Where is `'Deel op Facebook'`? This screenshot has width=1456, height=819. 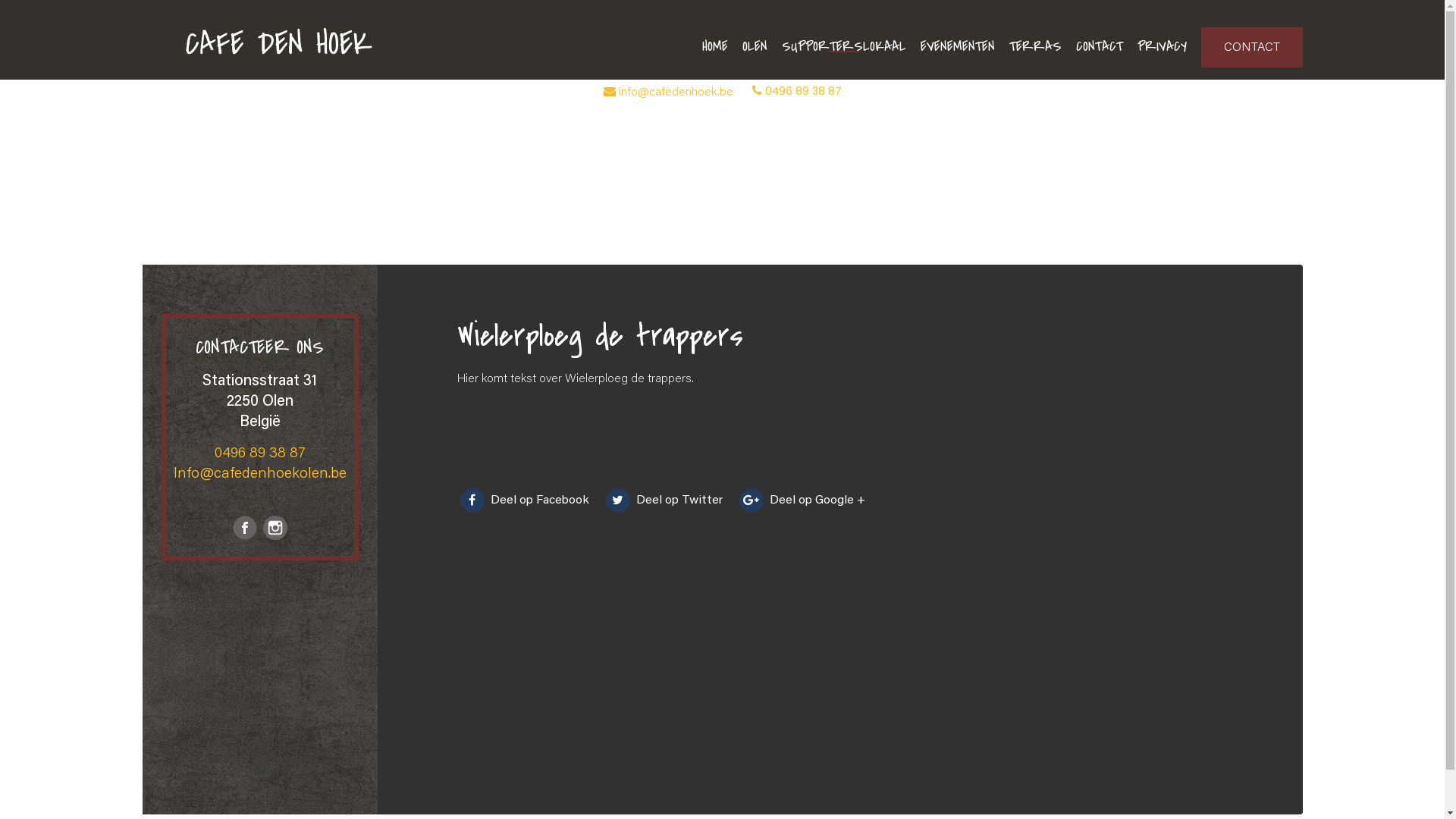
'Deel op Facebook' is located at coordinates (524, 500).